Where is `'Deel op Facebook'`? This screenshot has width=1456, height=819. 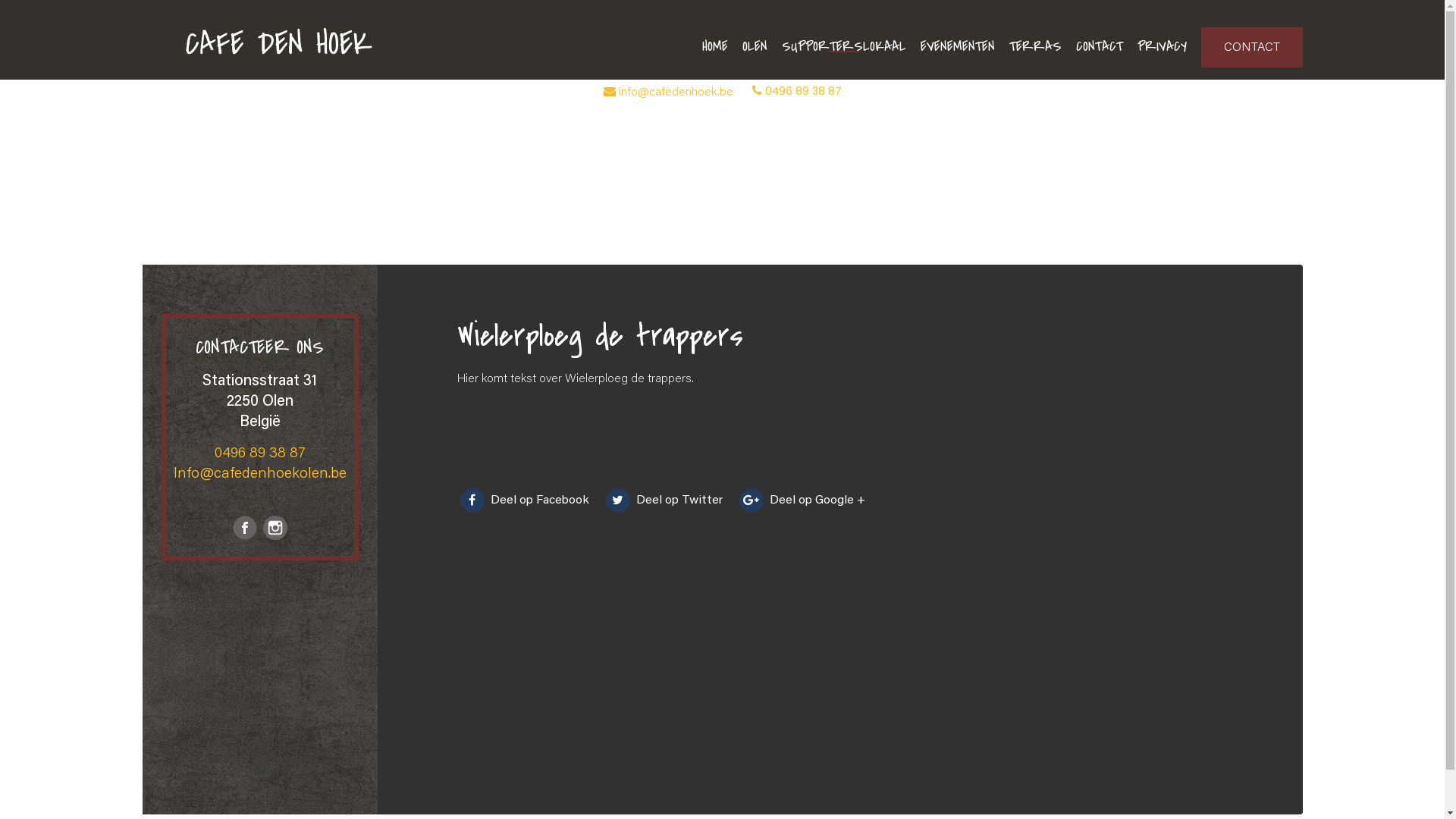
'Deel op Facebook' is located at coordinates (524, 500).